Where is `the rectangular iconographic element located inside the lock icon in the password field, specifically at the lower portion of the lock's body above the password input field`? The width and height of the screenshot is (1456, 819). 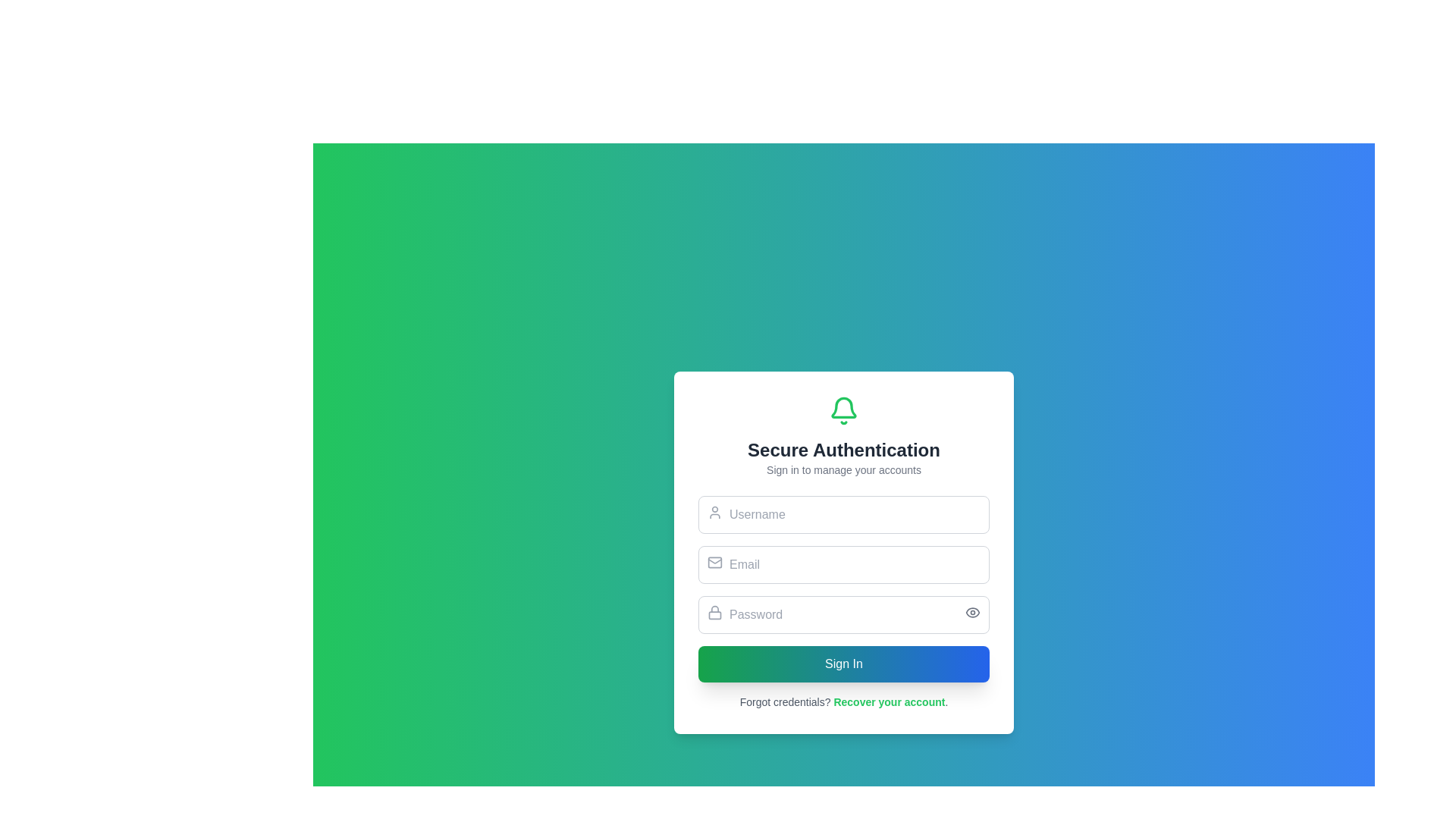 the rectangular iconographic element located inside the lock icon in the password field, specifically at the lower portion of the lock's body above the password input field is located at coordinates (714, 615).